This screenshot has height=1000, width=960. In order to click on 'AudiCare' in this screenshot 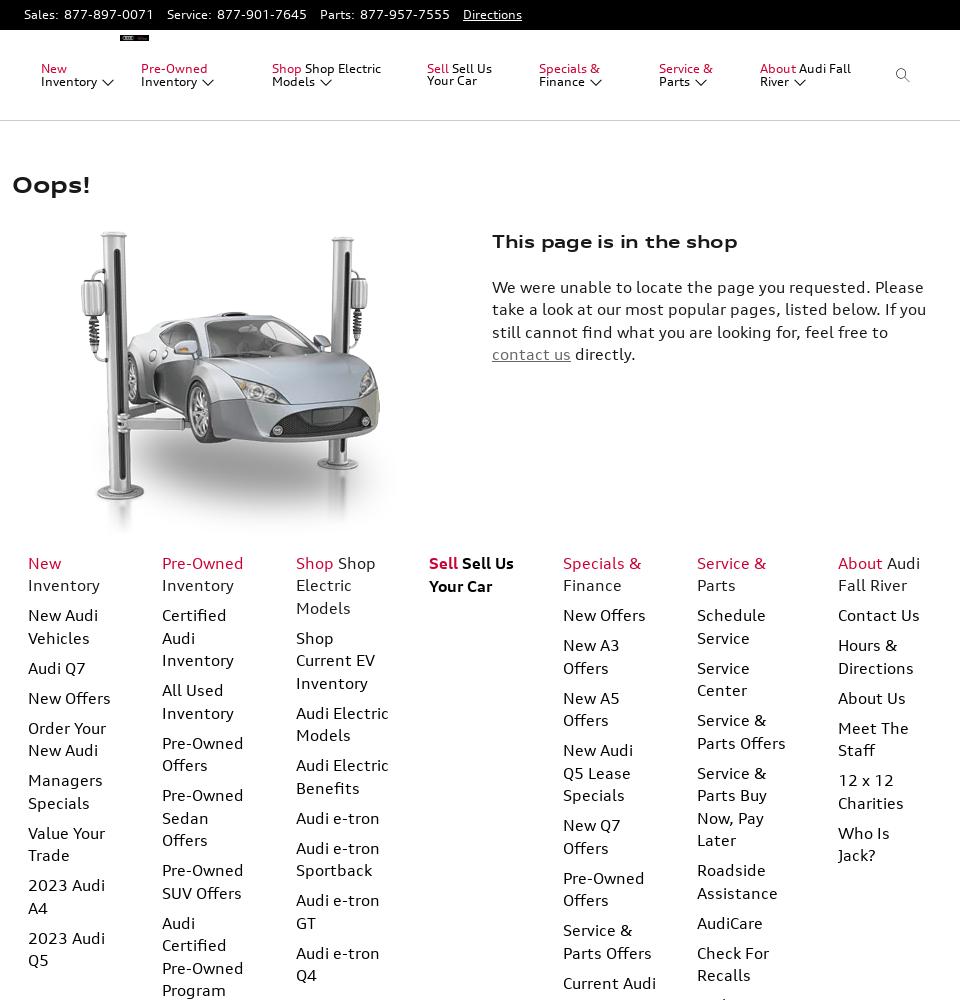, I will do `click(696, 922)`.